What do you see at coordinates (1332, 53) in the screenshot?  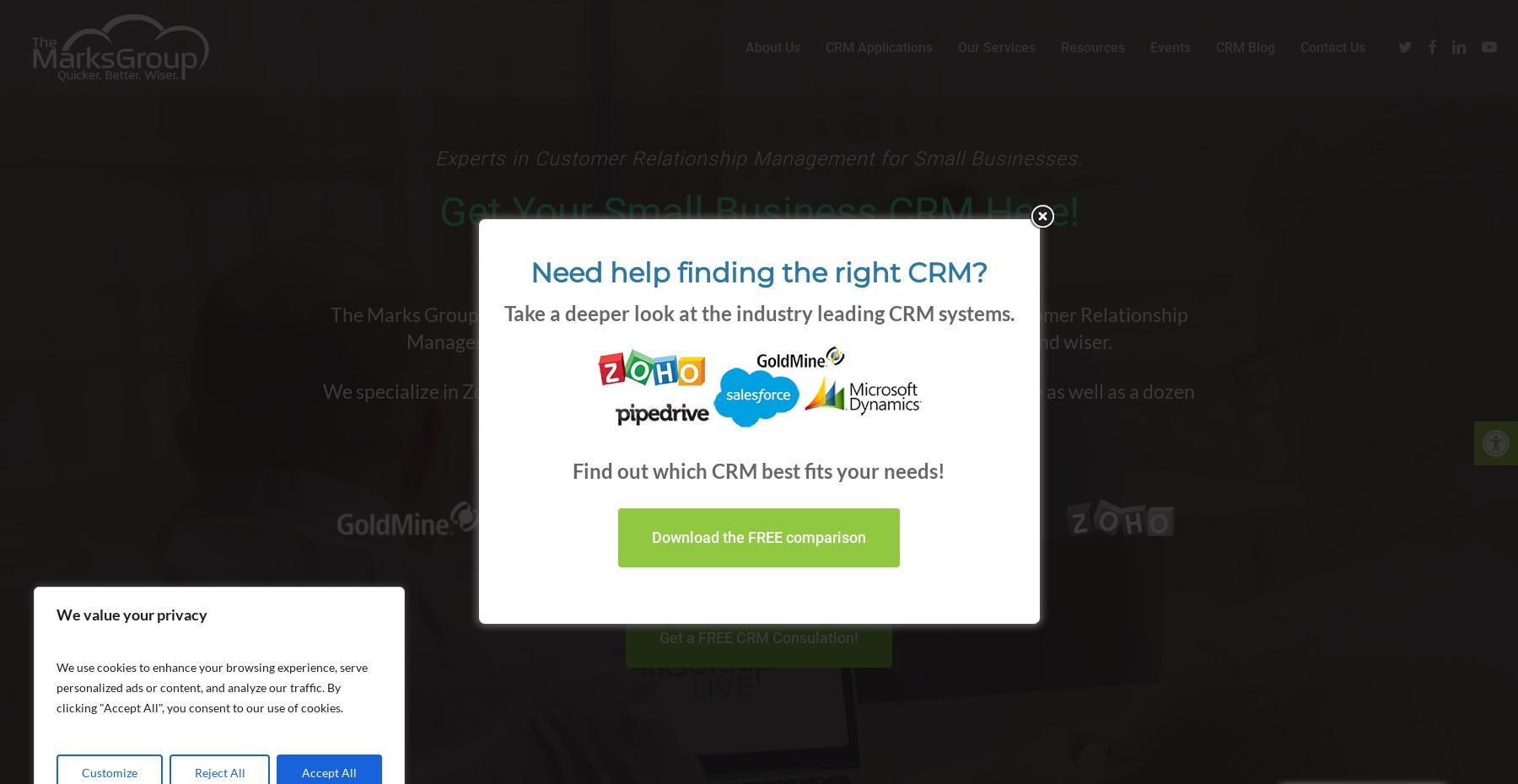 I see `'Contact Us'` at bounding box center [1332, 53].